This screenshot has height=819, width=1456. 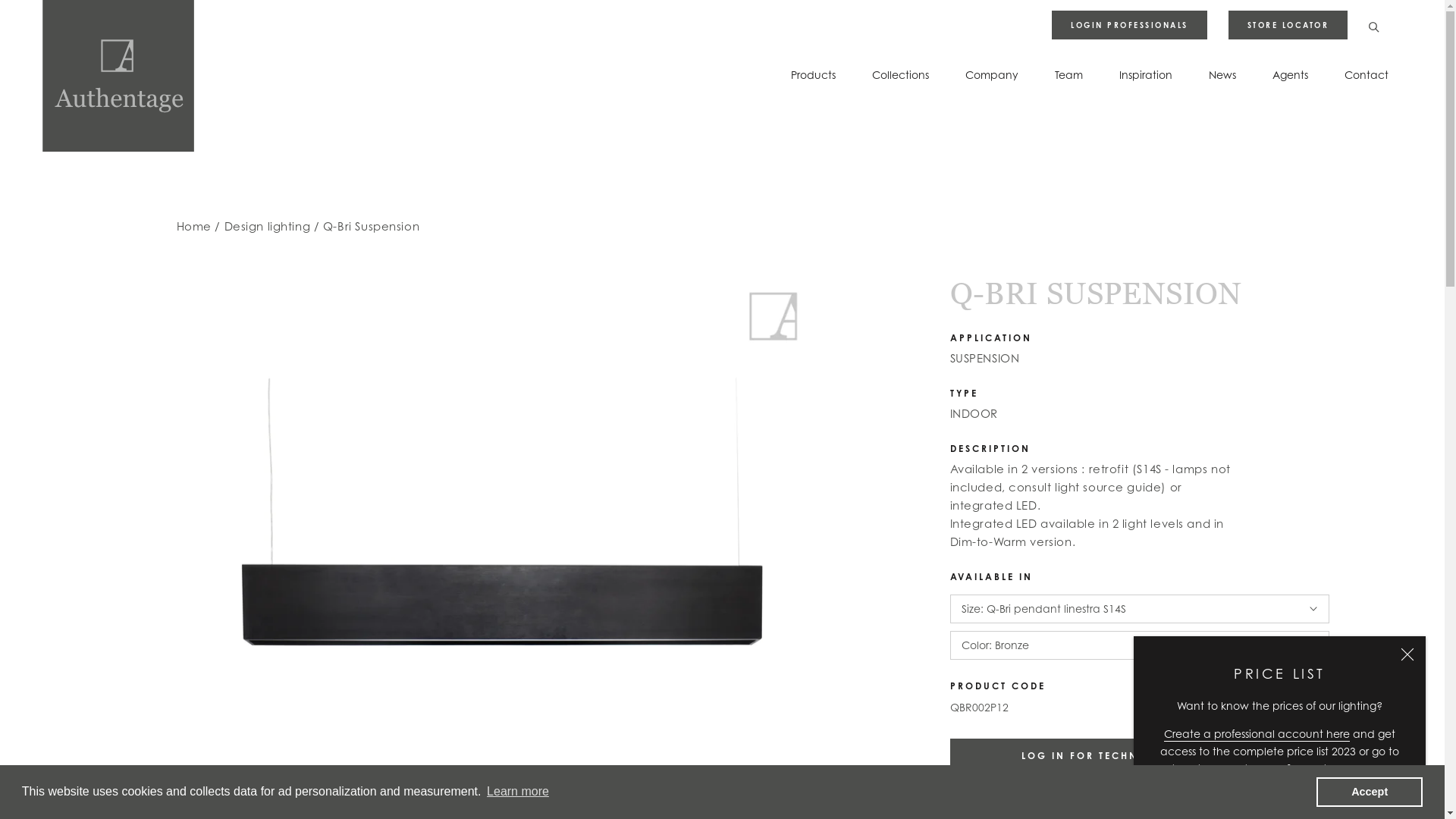 I want to click on 'Home', so click(x=175, y=226).